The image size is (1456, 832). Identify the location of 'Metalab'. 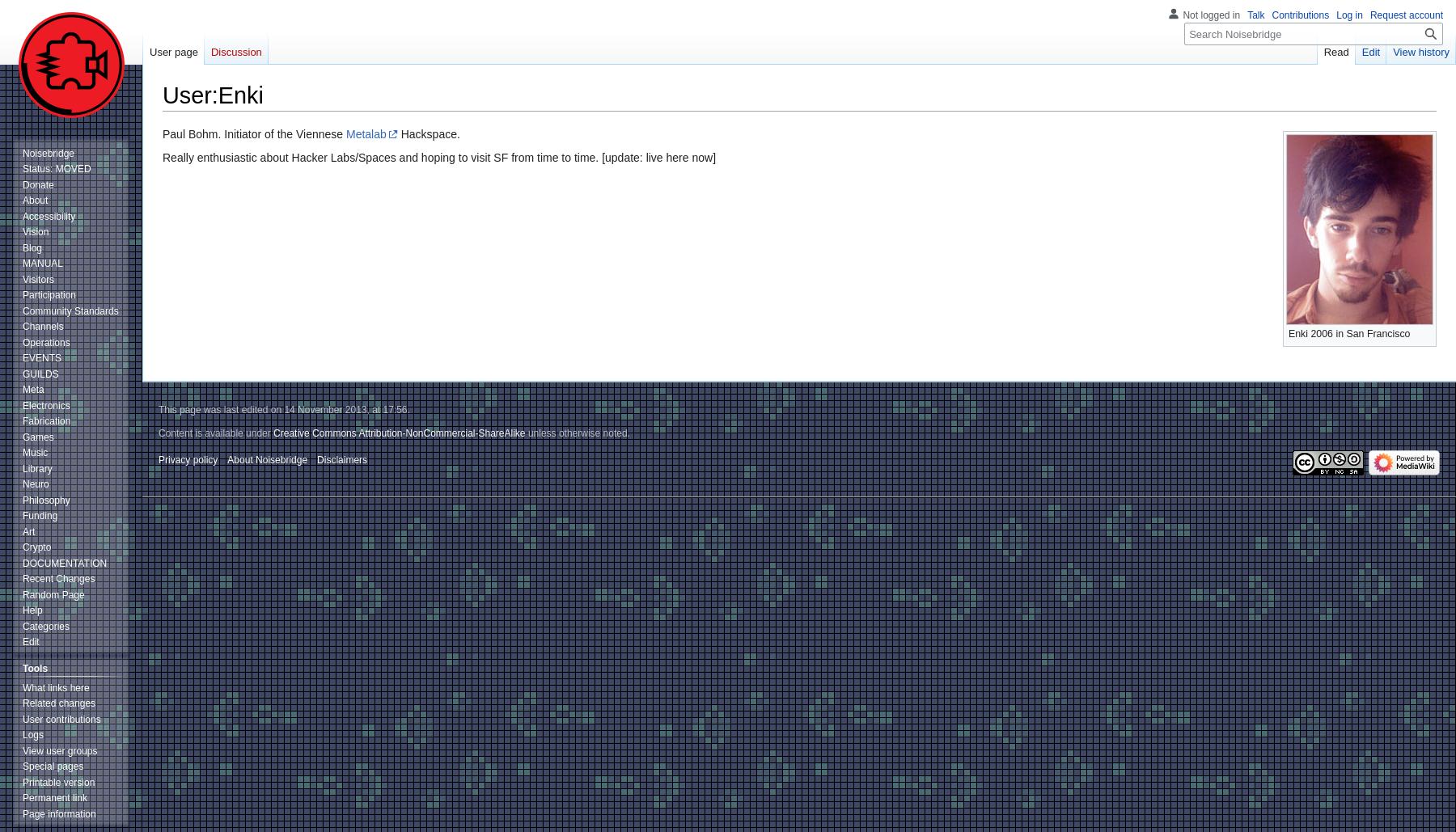
(346, 133).